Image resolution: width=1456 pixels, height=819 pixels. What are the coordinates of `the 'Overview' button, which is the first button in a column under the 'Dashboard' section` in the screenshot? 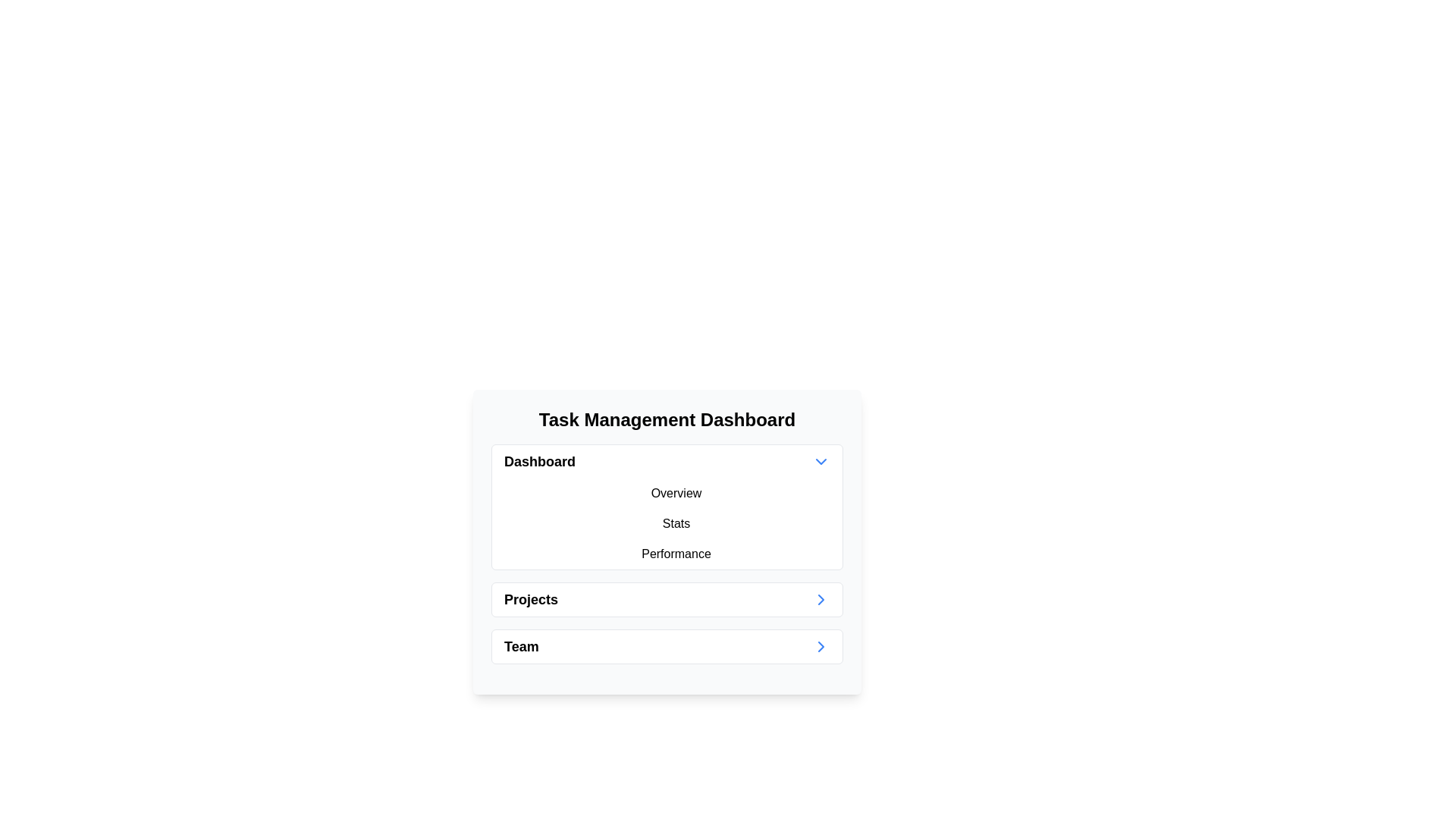 It's located at (676, 494).